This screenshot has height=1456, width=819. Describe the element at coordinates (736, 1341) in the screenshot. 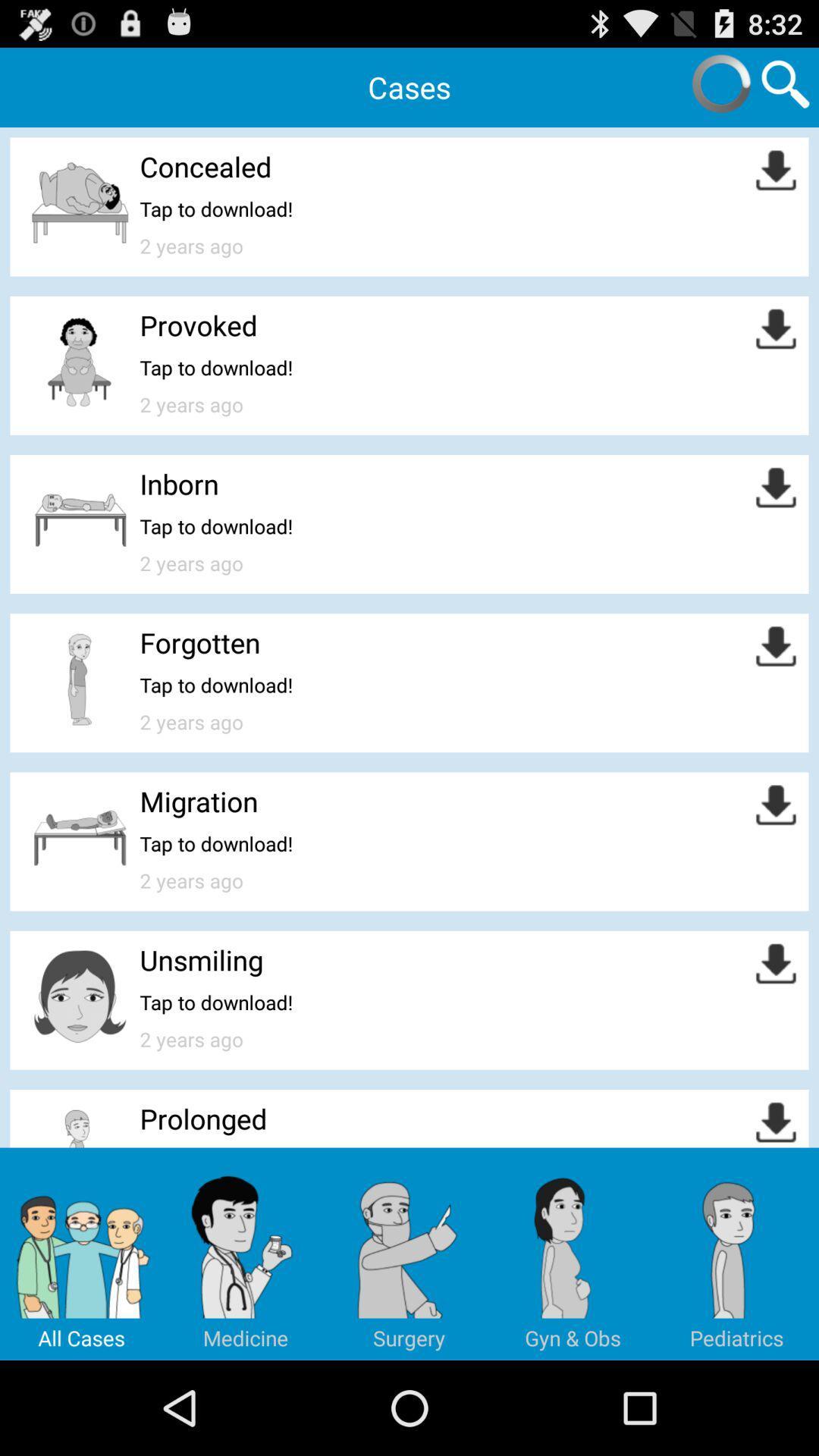

I see `the gift icon` at that location.